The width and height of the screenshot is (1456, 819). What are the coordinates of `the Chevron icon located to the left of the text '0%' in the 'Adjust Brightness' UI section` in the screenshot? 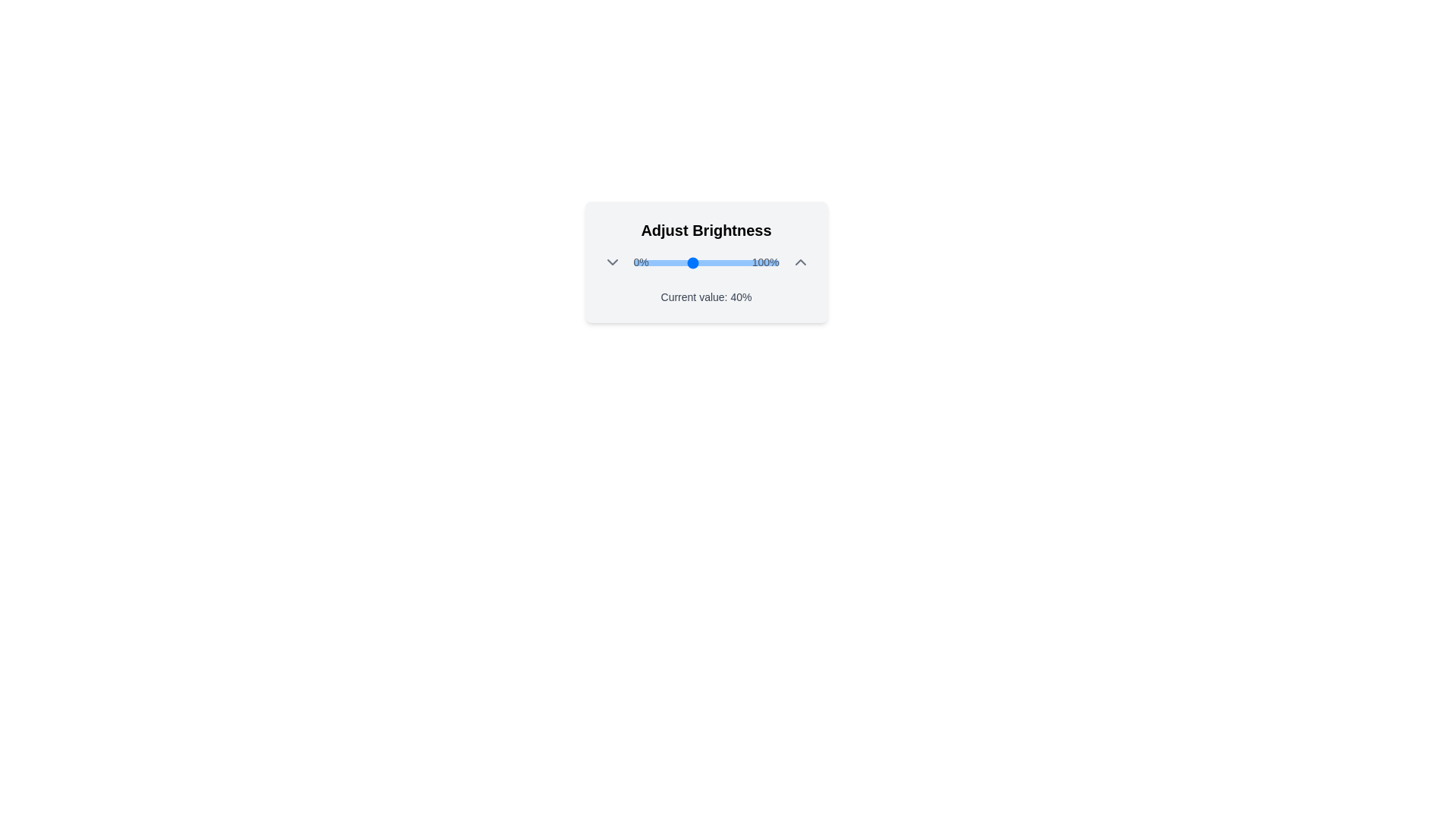 It's located at (612, 262).